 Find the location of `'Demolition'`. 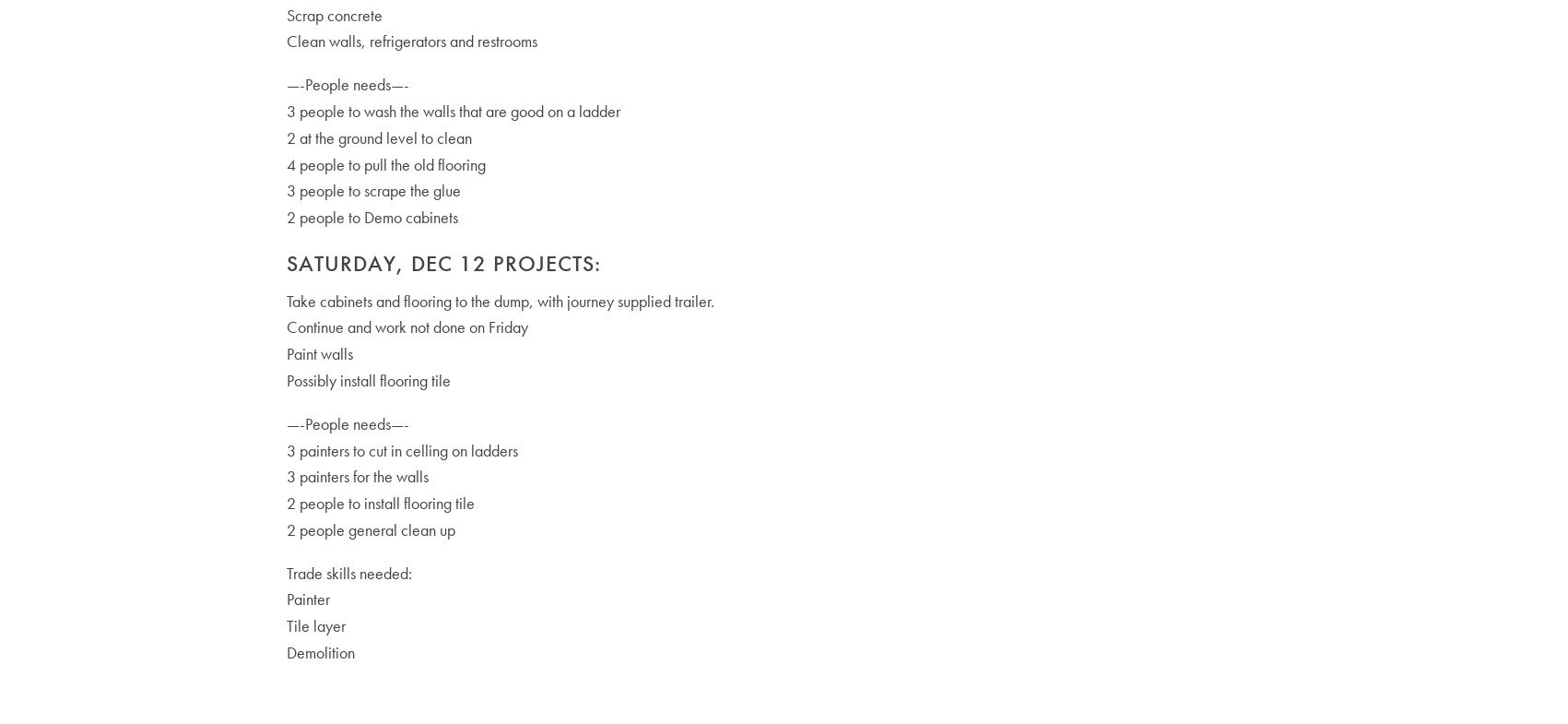

'Demolition' is located at coordinates (320, 652).